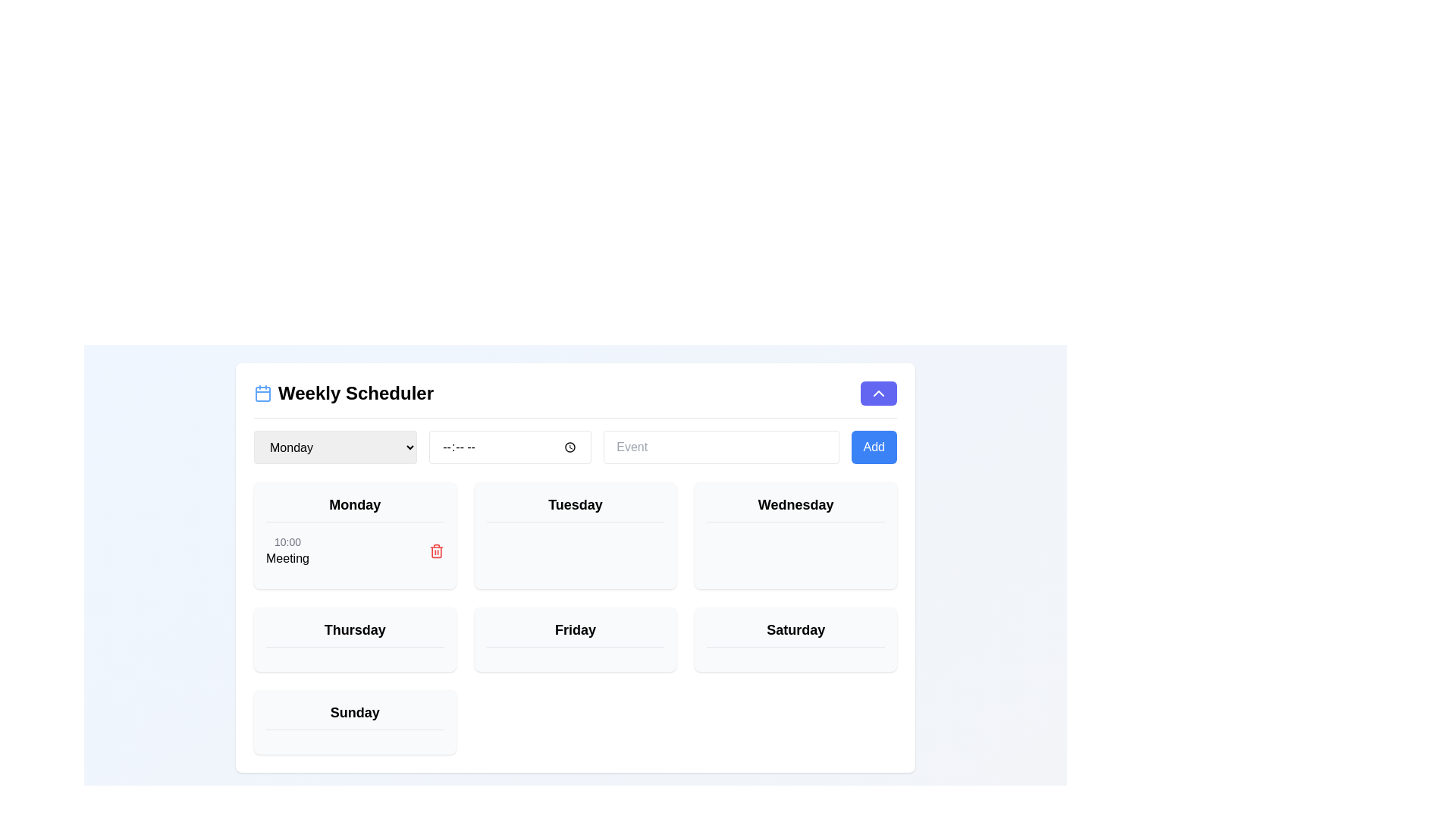  What do you see at coordinates (435, 552) in the screenshot?
I see `the trash bin icon for the 'Meeting' entry in the Monday block` at bounding box center [435, 552].